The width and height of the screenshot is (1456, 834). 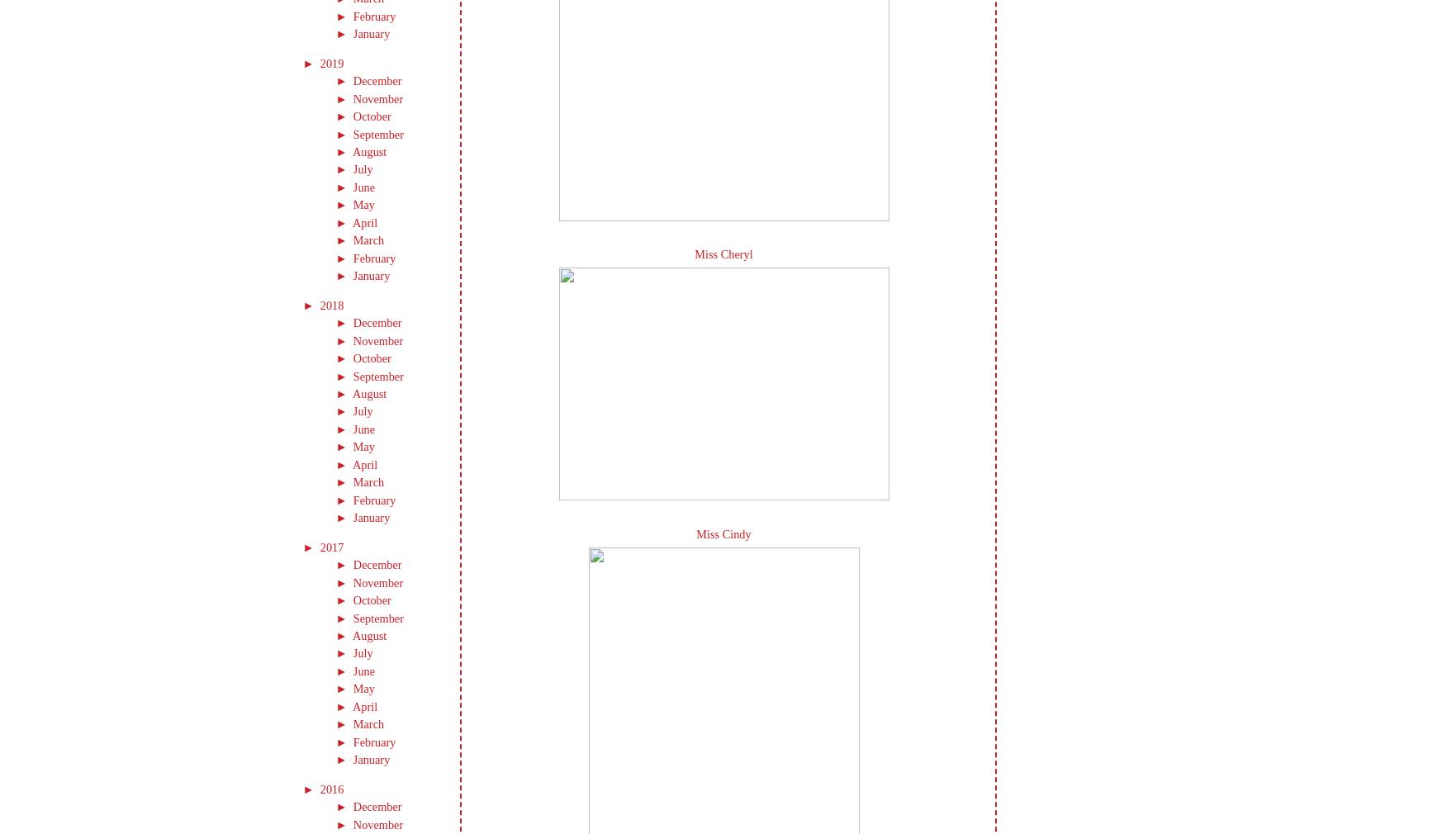 I want to click on 'Miss Cheryl', so click(x=723, y=254).